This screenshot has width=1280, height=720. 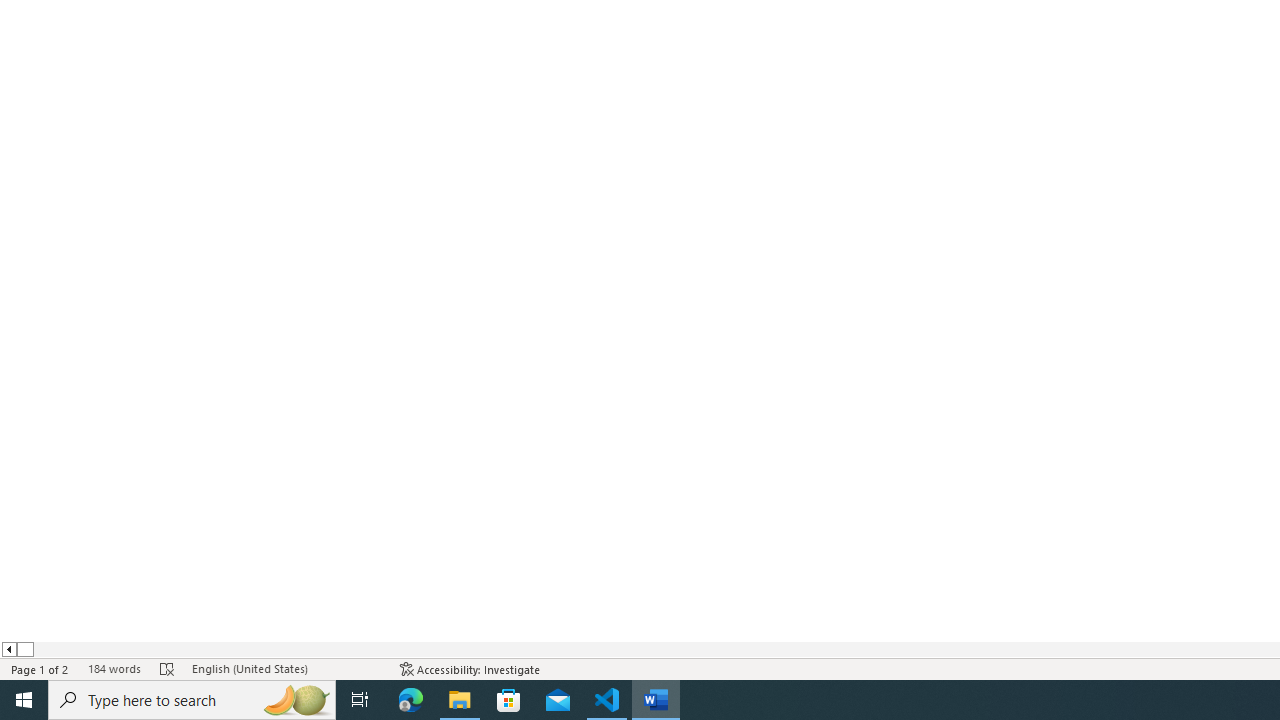 I want to click on 'Task View', so click(x=359, y=698).